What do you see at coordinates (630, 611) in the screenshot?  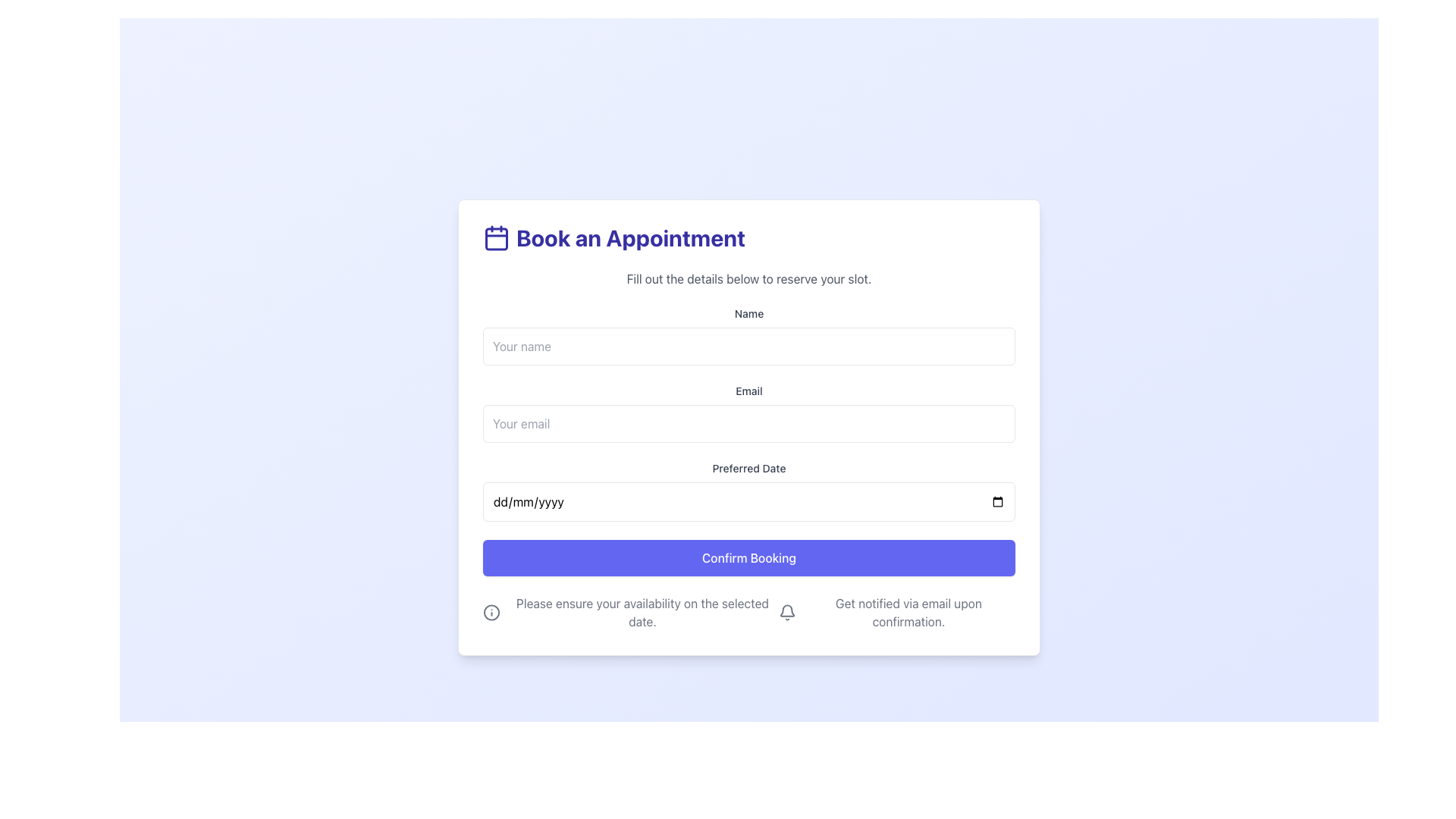 I see `information from the text label that reads 'Please ensure your availability on the selected date.' located near the bottom section of the interface` at bounding box center [630, 611].